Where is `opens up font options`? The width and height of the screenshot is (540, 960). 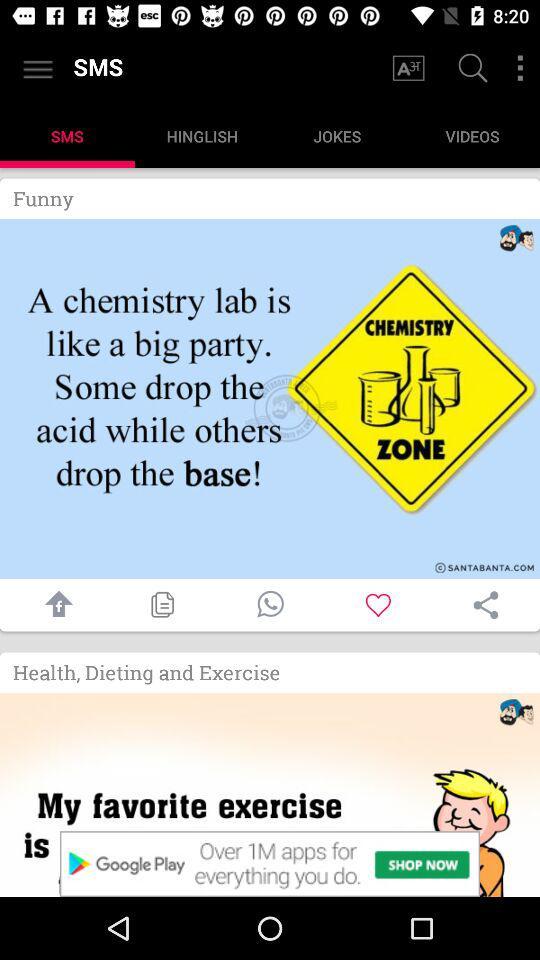 opens up font options is located at coordinates (407, 68).